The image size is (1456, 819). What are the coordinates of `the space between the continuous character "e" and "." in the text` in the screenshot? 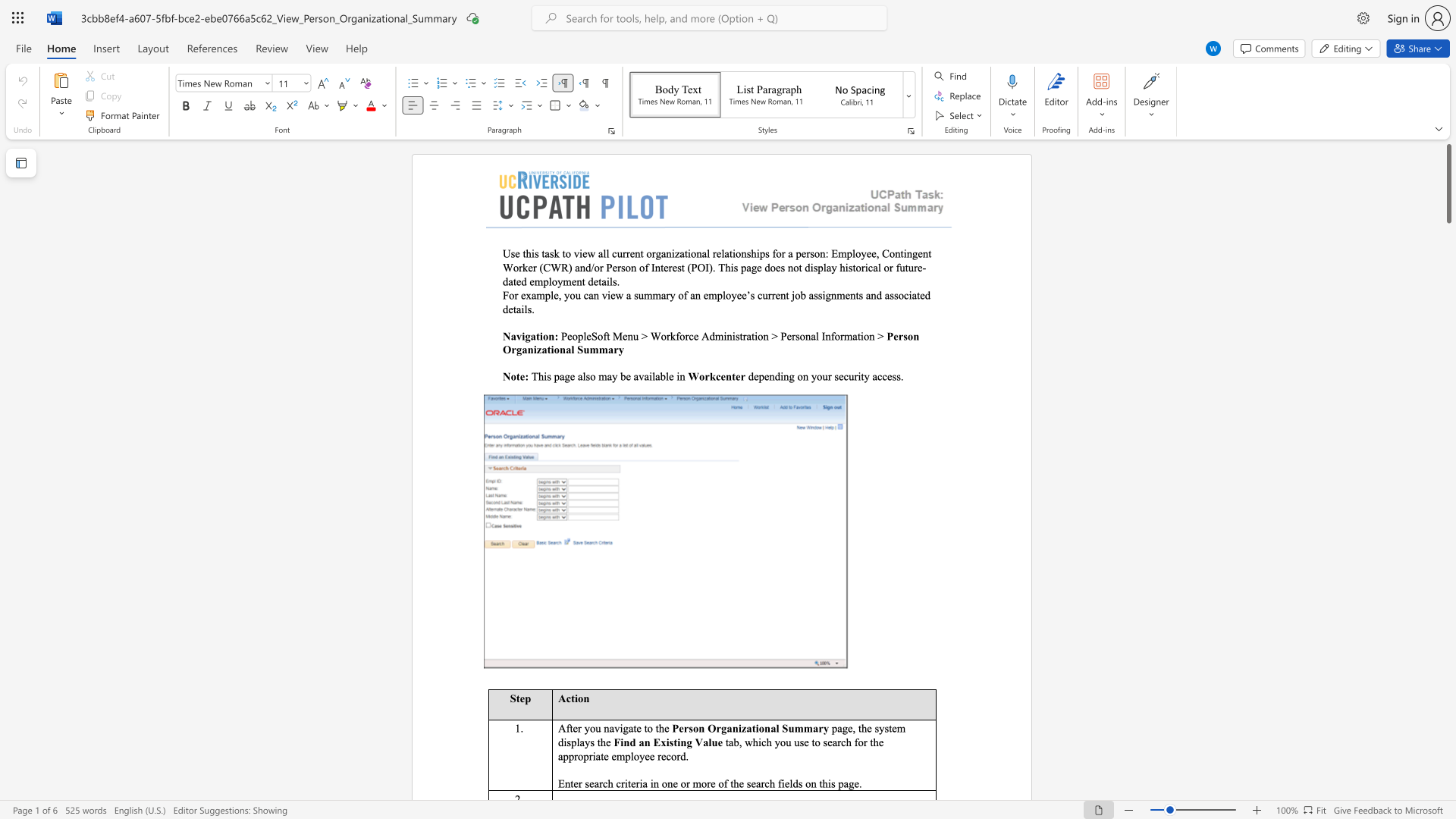 It's located at (858, 783).